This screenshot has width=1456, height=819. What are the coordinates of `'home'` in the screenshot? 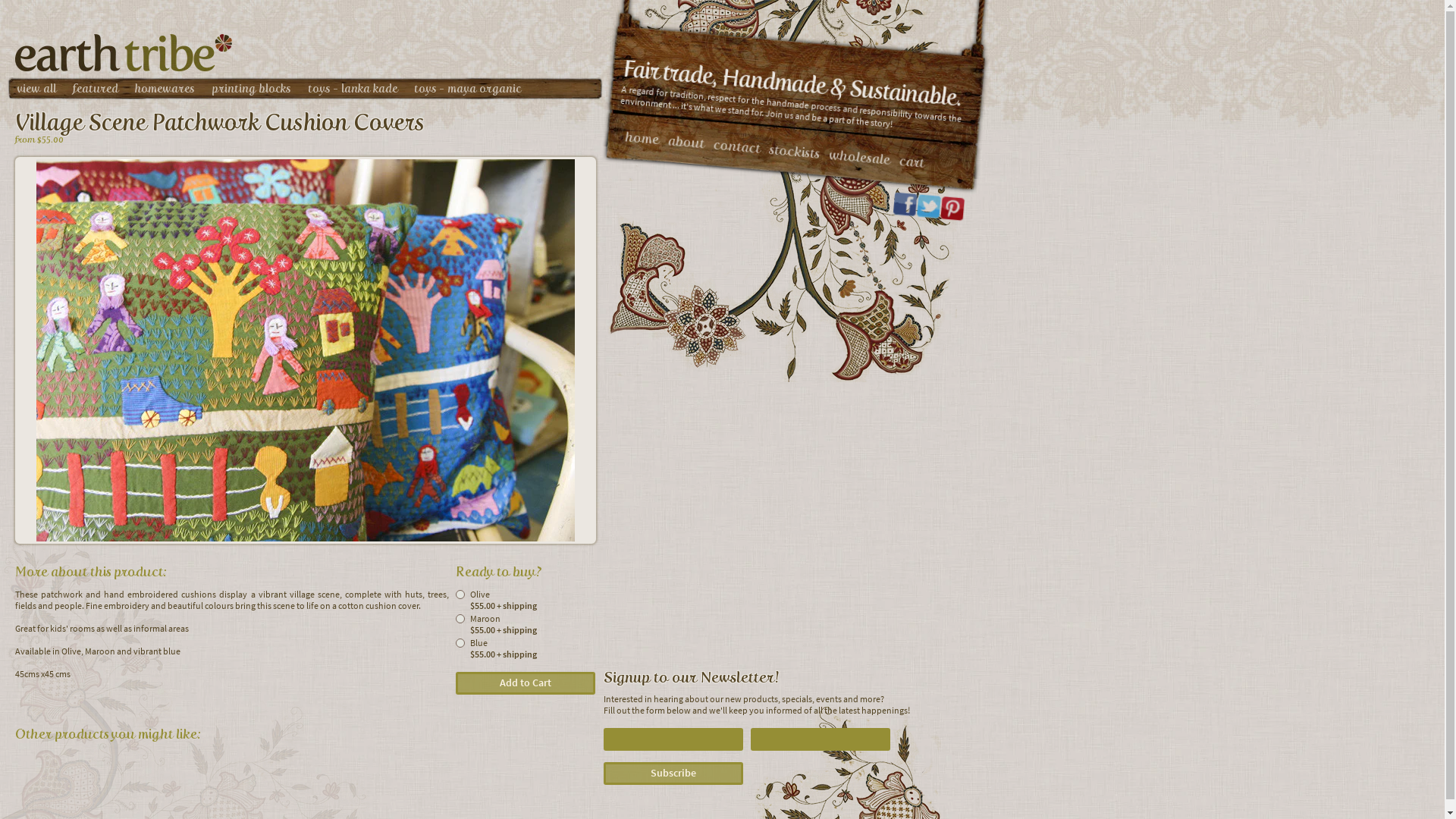 It's located at (623, 136).